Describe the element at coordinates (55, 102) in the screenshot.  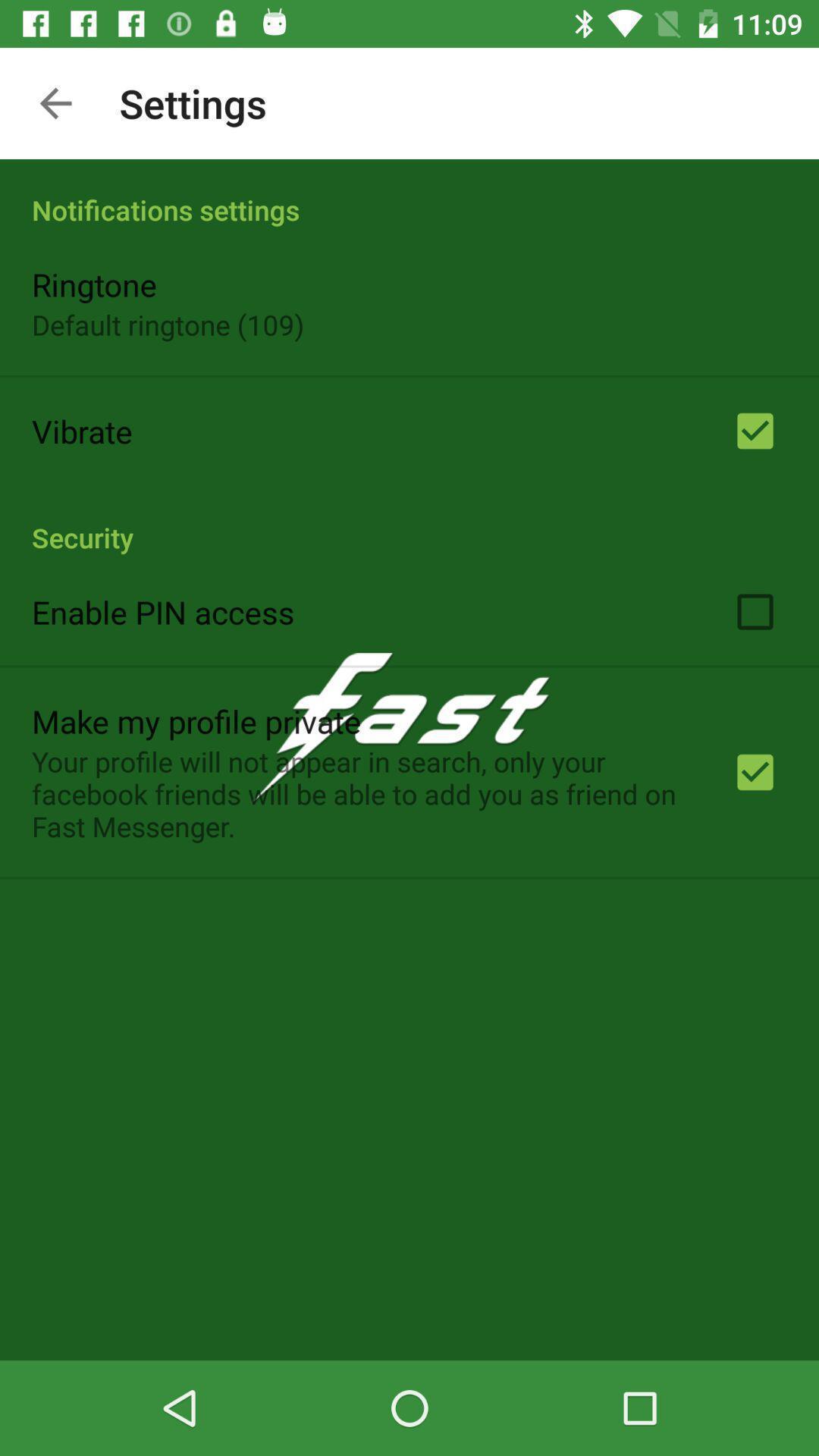
I see `the icon next to the settings item` at that location.